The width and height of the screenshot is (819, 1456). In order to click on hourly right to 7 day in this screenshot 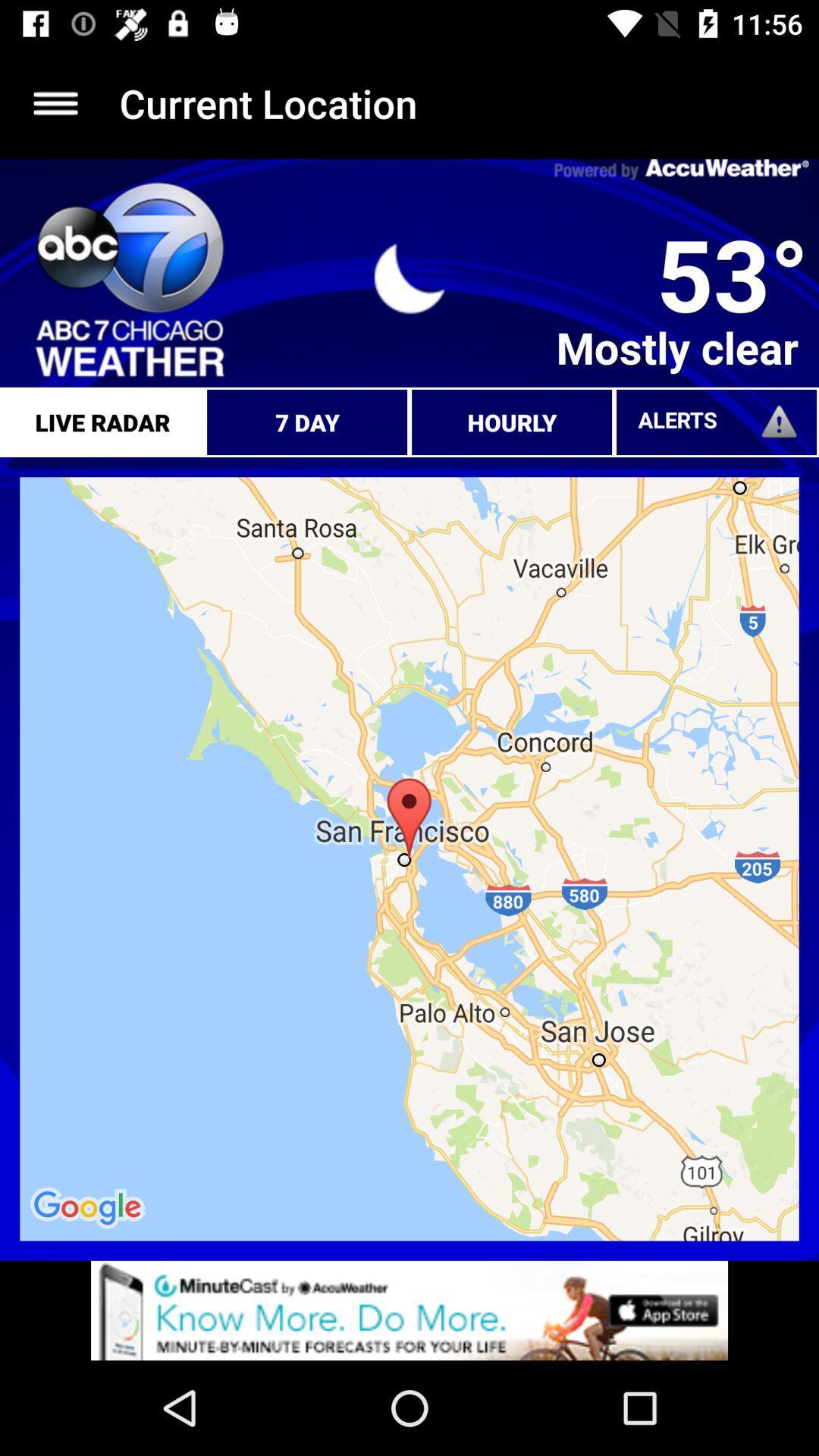, I will do `click(512, 422)`.